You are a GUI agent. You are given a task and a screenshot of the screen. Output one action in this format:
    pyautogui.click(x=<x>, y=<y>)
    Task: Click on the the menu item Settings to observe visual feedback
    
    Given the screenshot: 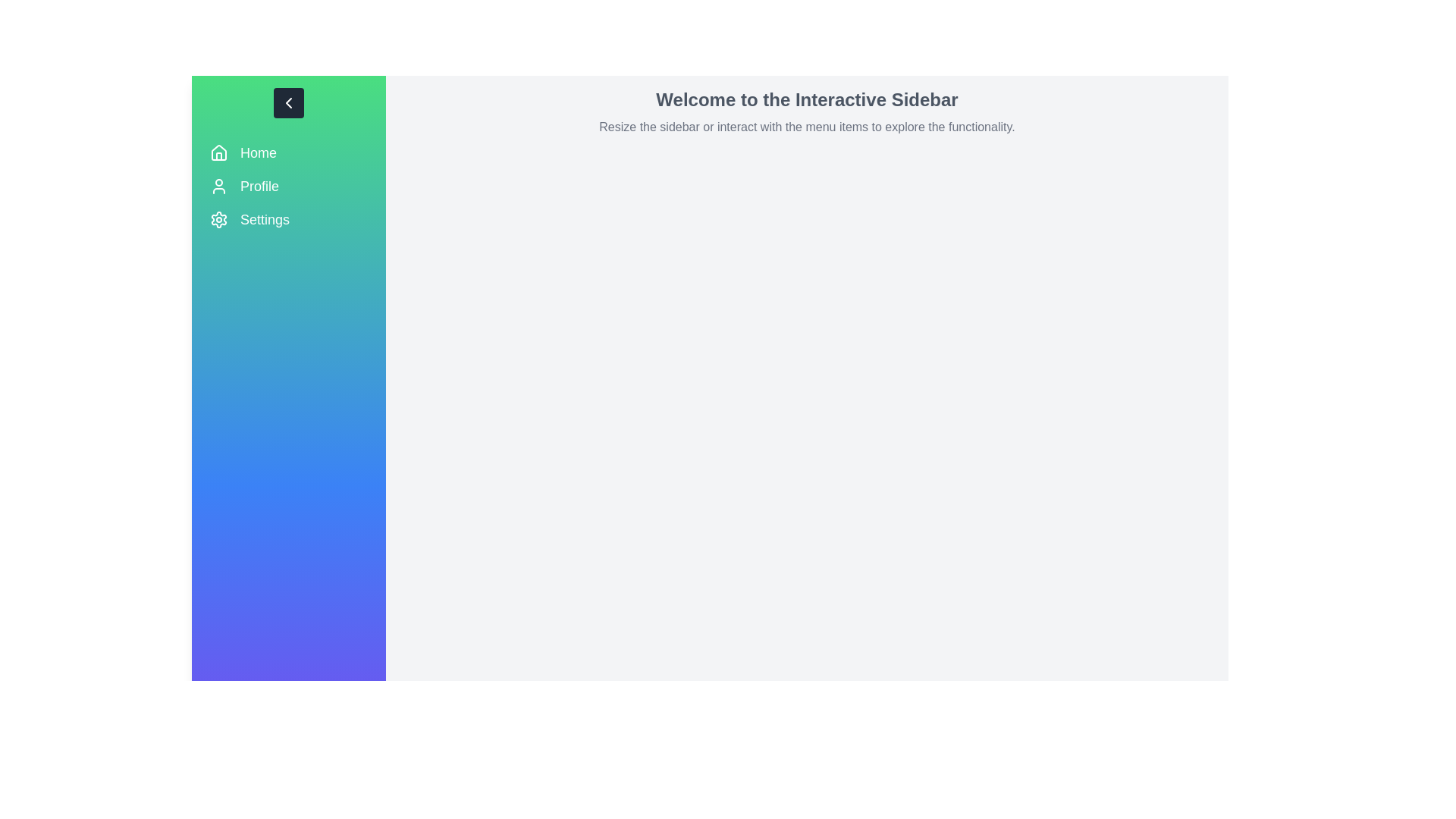 What is the action you would take?
    pyautogui.click(x=288, y=219)
    